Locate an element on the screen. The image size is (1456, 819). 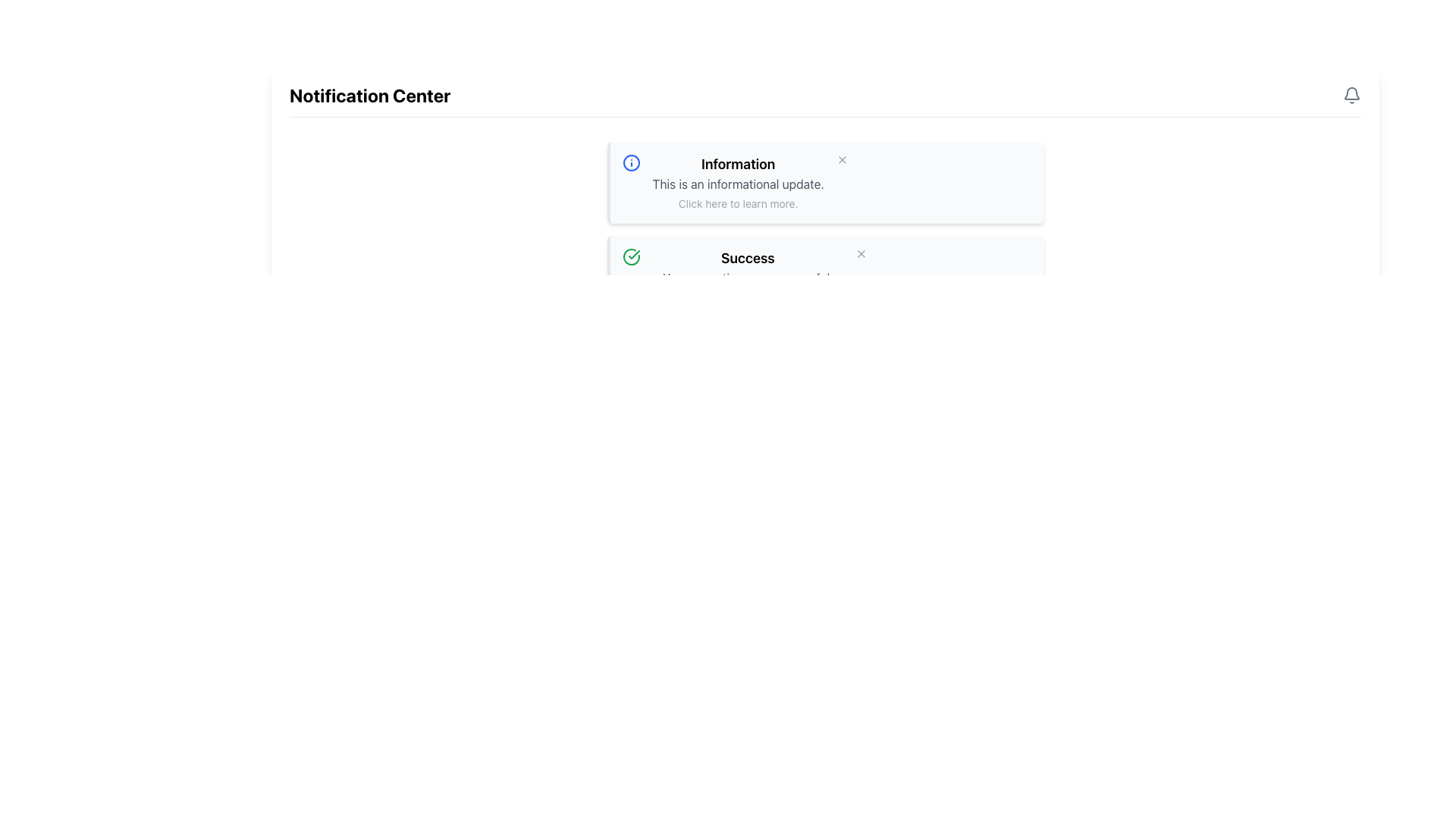
the circular success icon with a checkmark inside, which is located at the top-left corner of the 'Success' notification card, preceding the text 'Your operation was successful.' is located at coordinates (631, 256).